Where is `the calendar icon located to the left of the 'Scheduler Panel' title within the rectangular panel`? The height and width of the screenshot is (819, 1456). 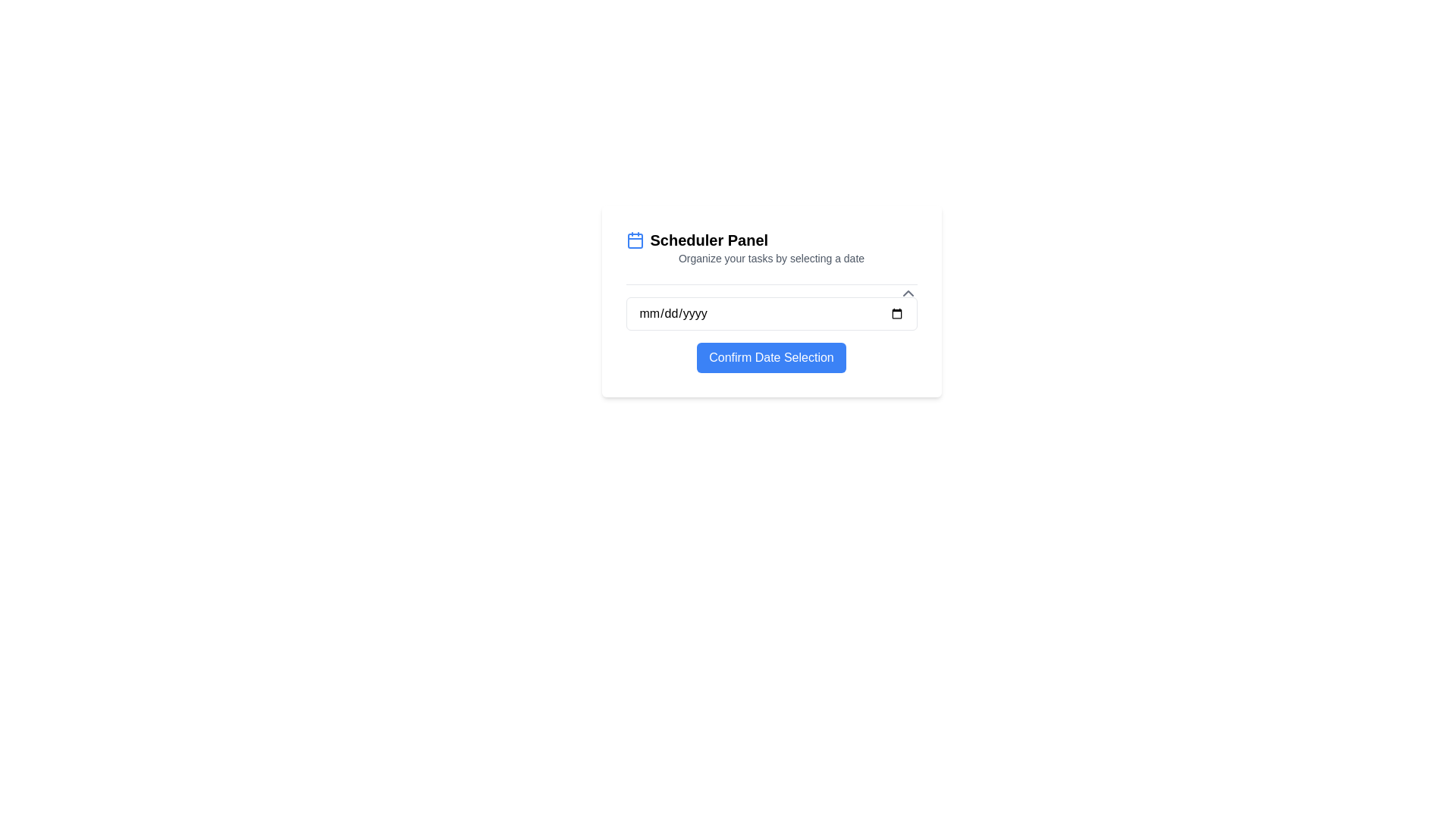 the calendar icon located to the left of the 'Scheduler Panel' title within the rectangular panel is located at coordinates (635, 239).